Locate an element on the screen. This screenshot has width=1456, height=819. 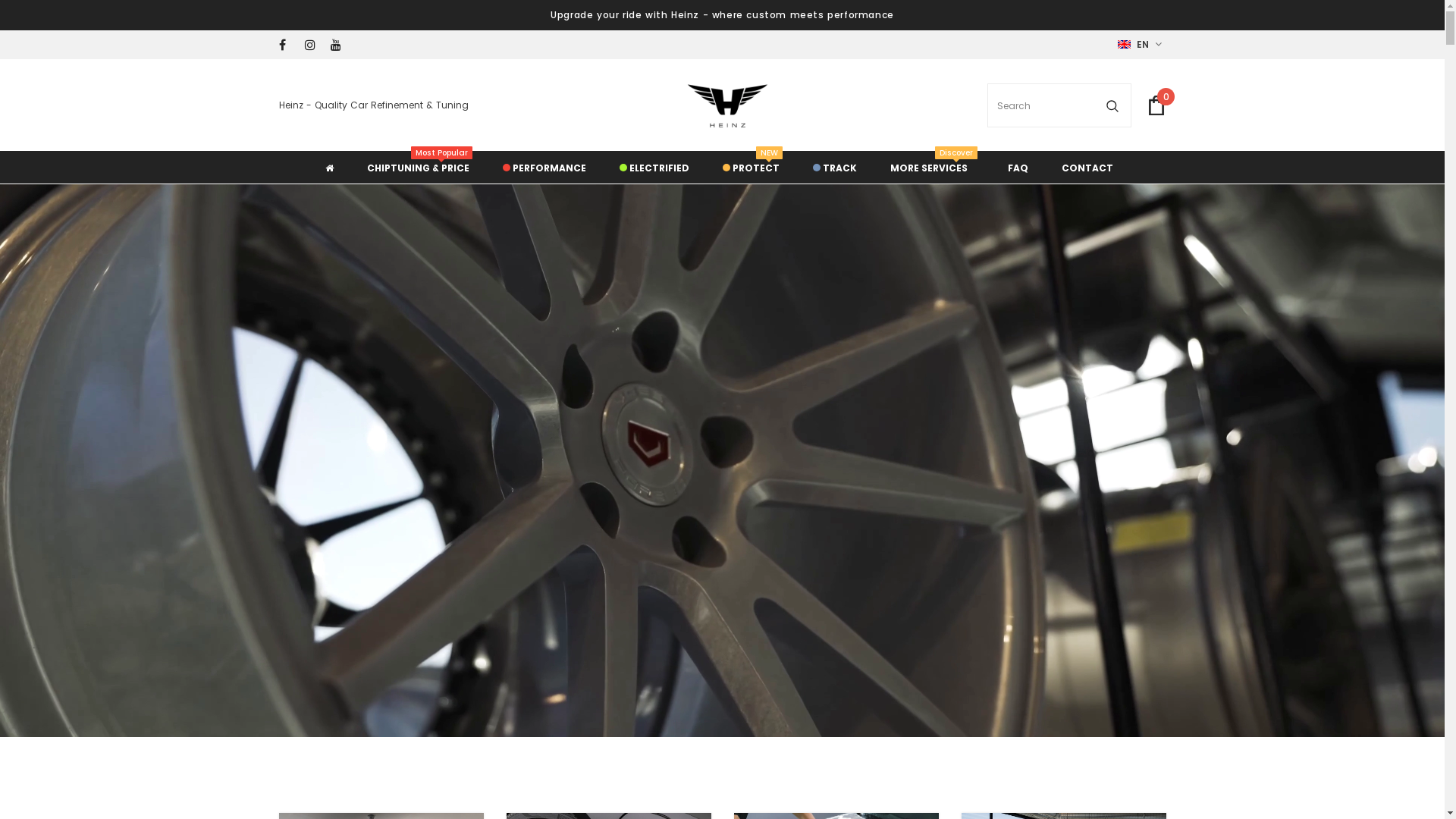
'Instagram' is located at coordinates (304, 44).